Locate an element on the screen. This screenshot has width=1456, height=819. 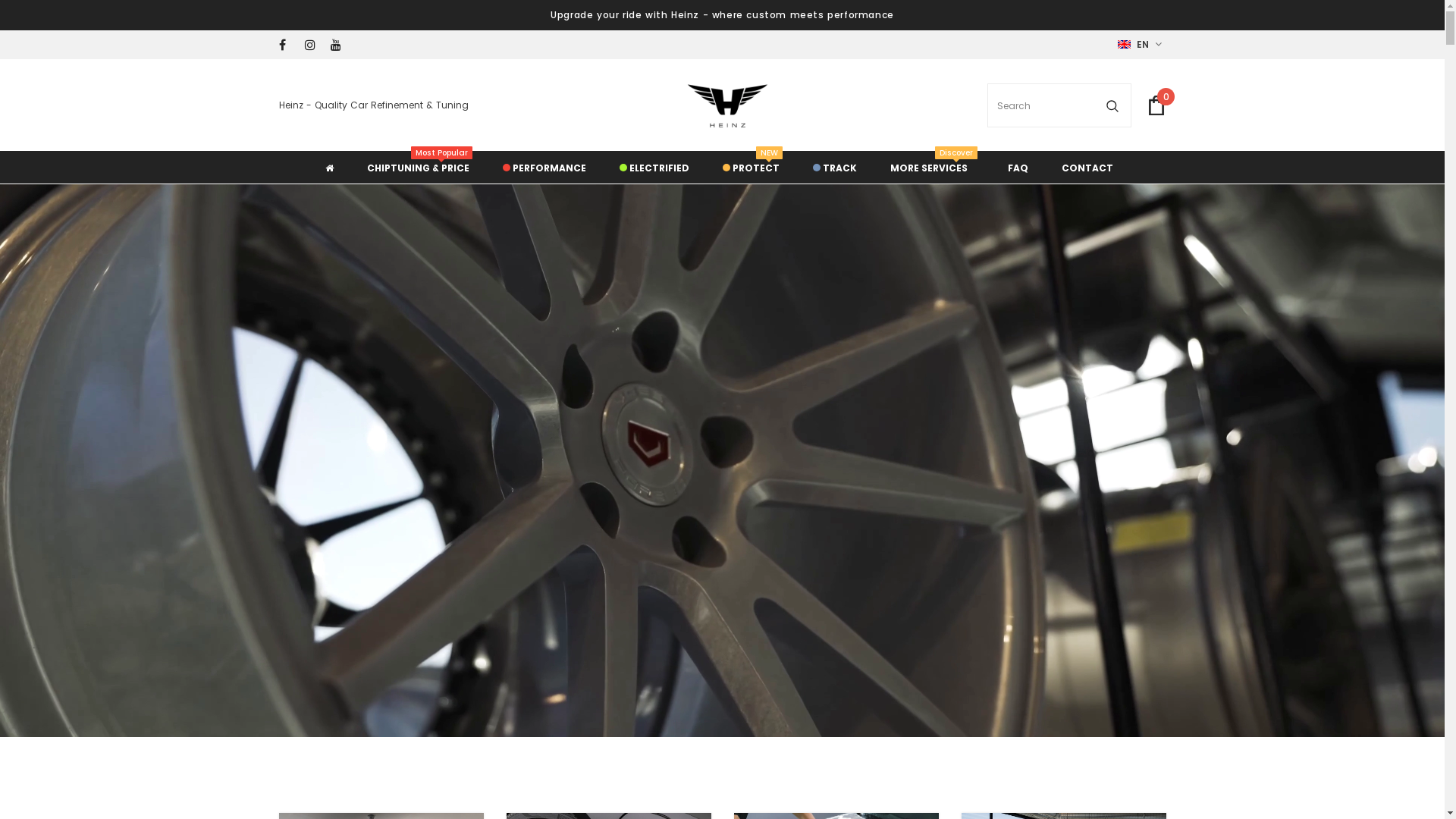
'Instagram' is located at coordinates (304, 44).